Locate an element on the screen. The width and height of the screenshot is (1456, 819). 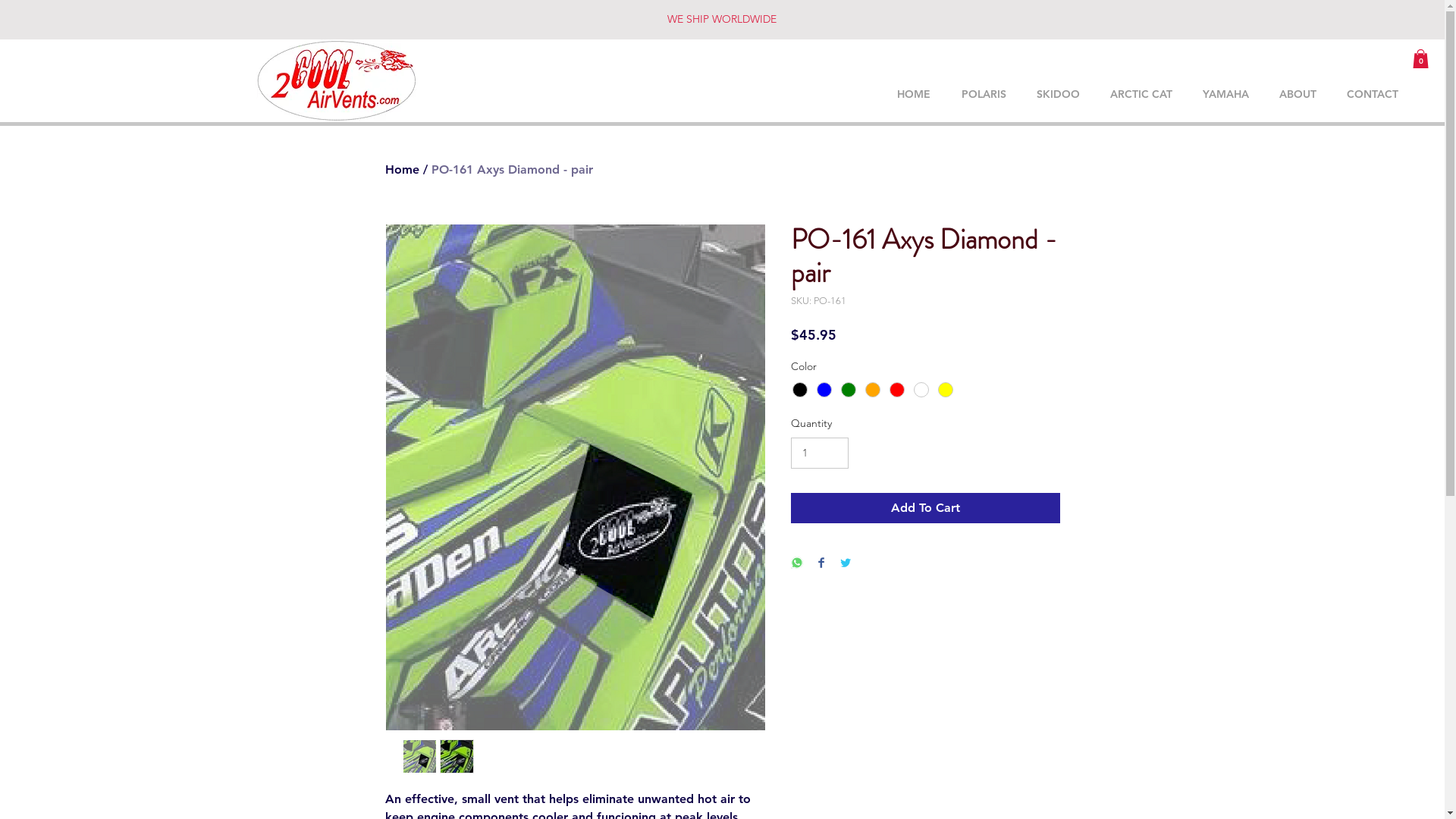
'HOME' is located at coordinates (880, 93).